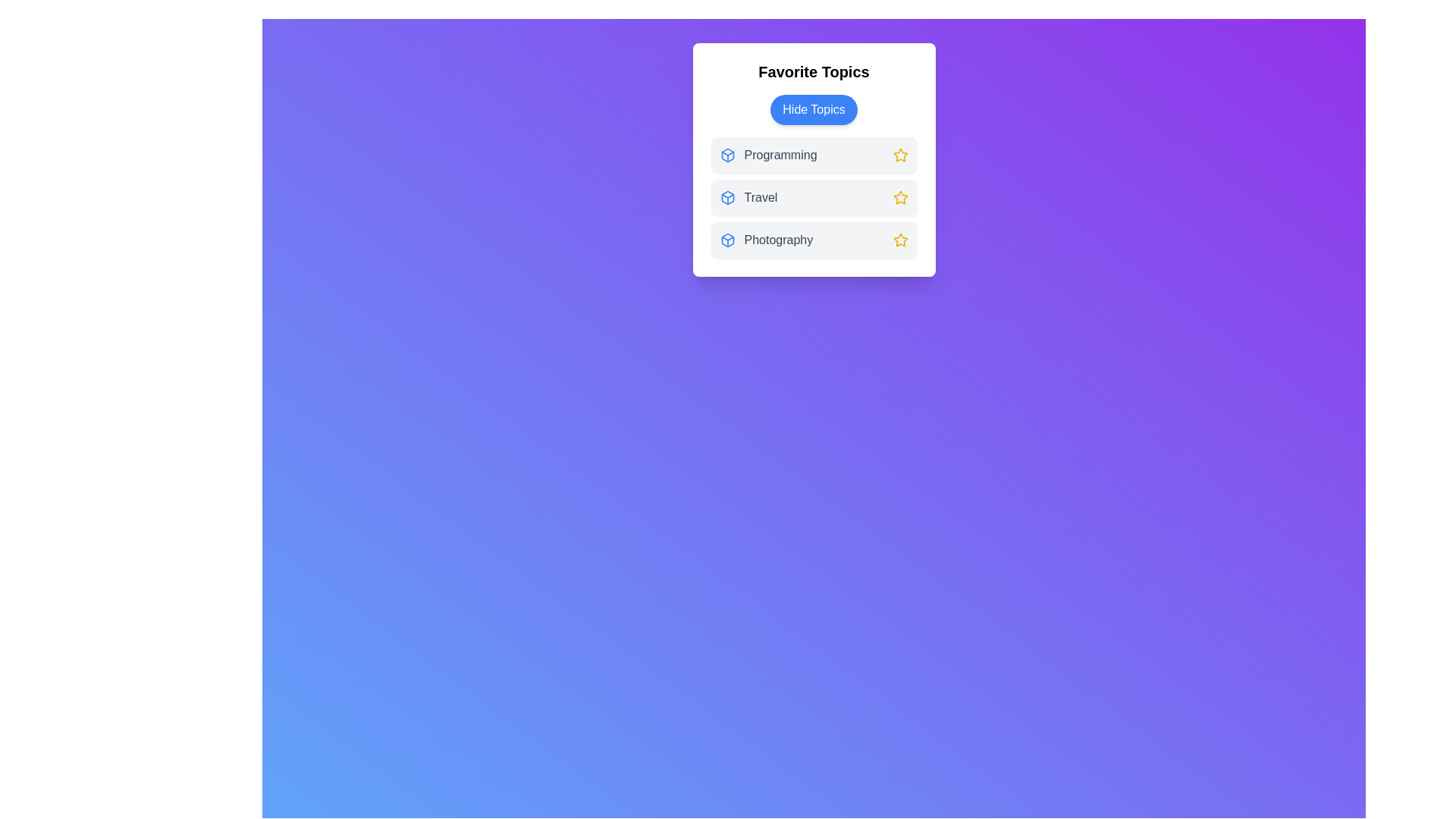 This screenshot has height=819, width=1456. I want to click on the blue rounded button labeled 'Hide Topics' located below the 'Favorite Topics' title to hide the list, so click(813, 109).